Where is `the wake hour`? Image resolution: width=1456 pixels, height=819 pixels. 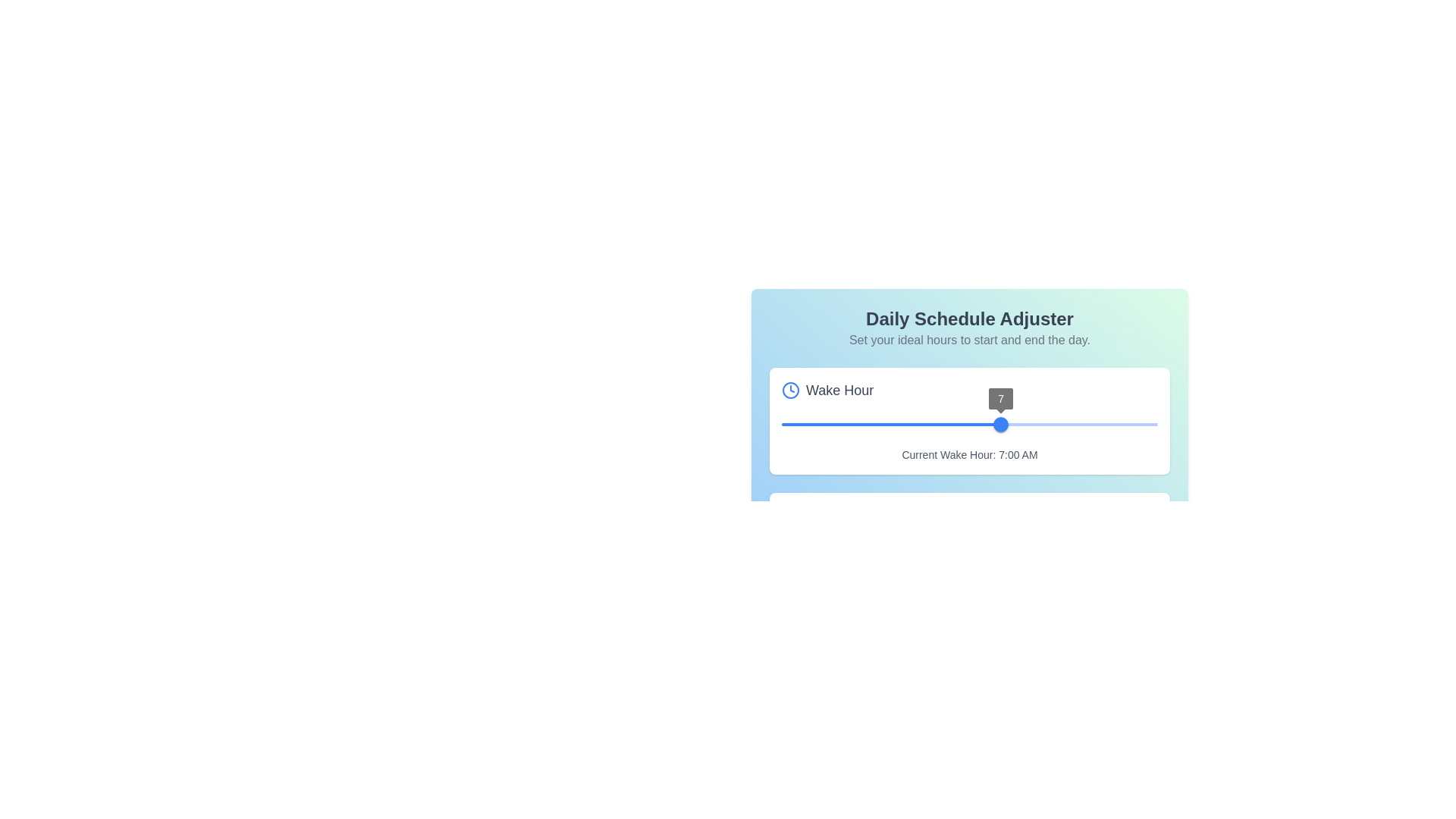
the wake hour is located at coordinates (922, 424).